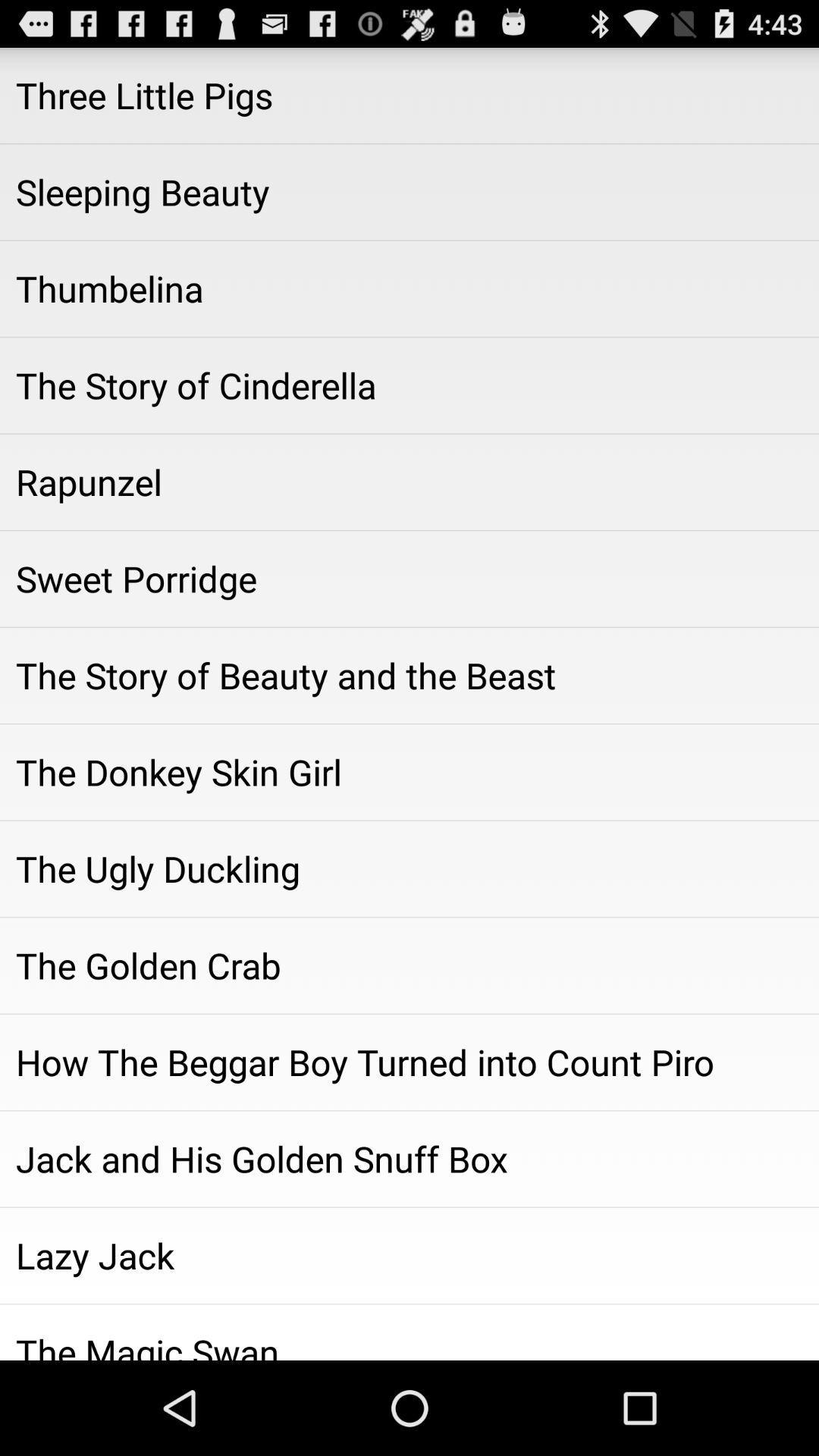  What do you see at coordinates (409, 1332) in the screenshot?
I see `the item below the lazy jack app` at bounding box center [409, 1332].